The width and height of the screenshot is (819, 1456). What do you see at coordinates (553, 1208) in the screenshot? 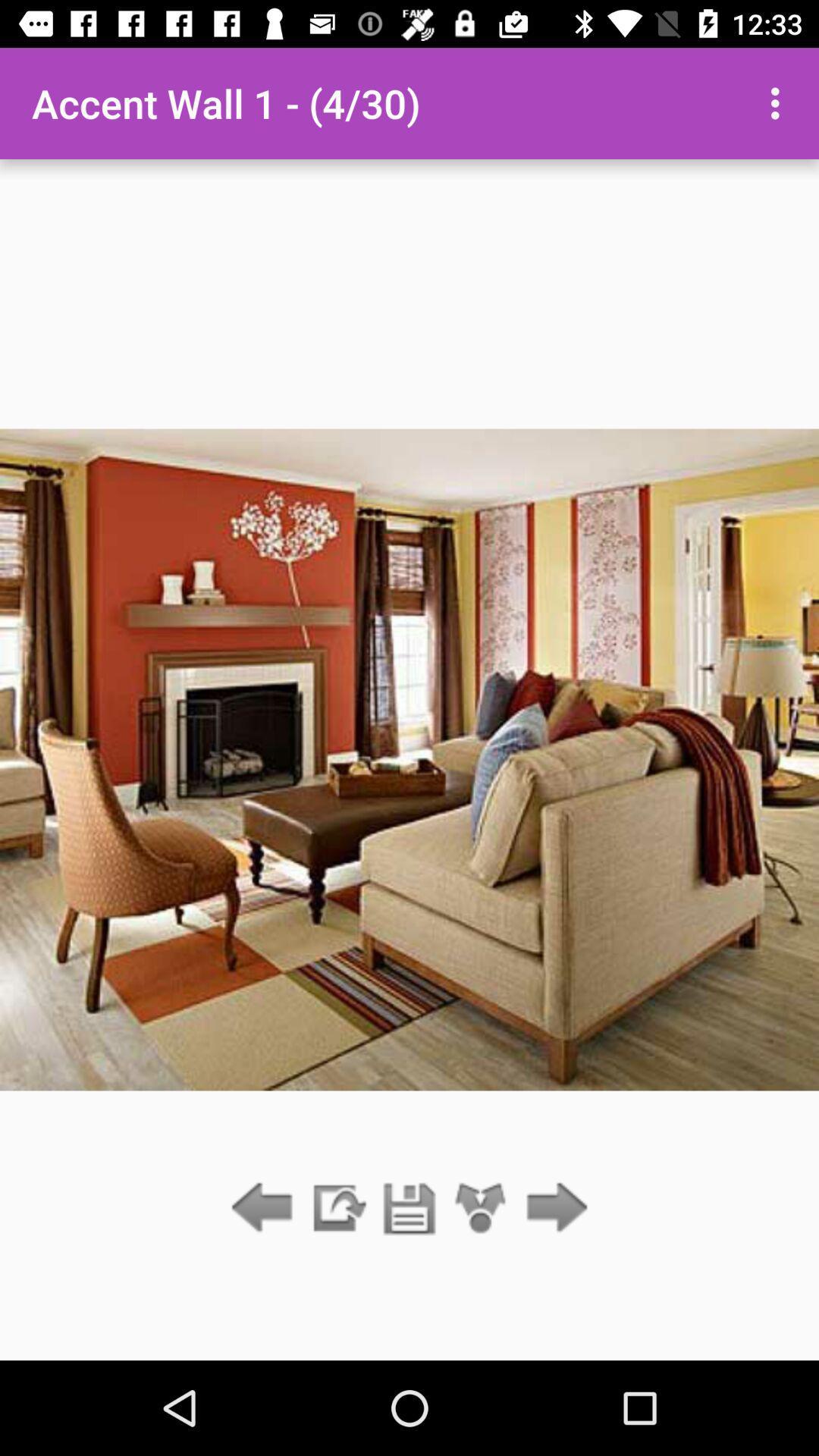
I see `the arrow_forward icon` at bounding box center [553, 1208].